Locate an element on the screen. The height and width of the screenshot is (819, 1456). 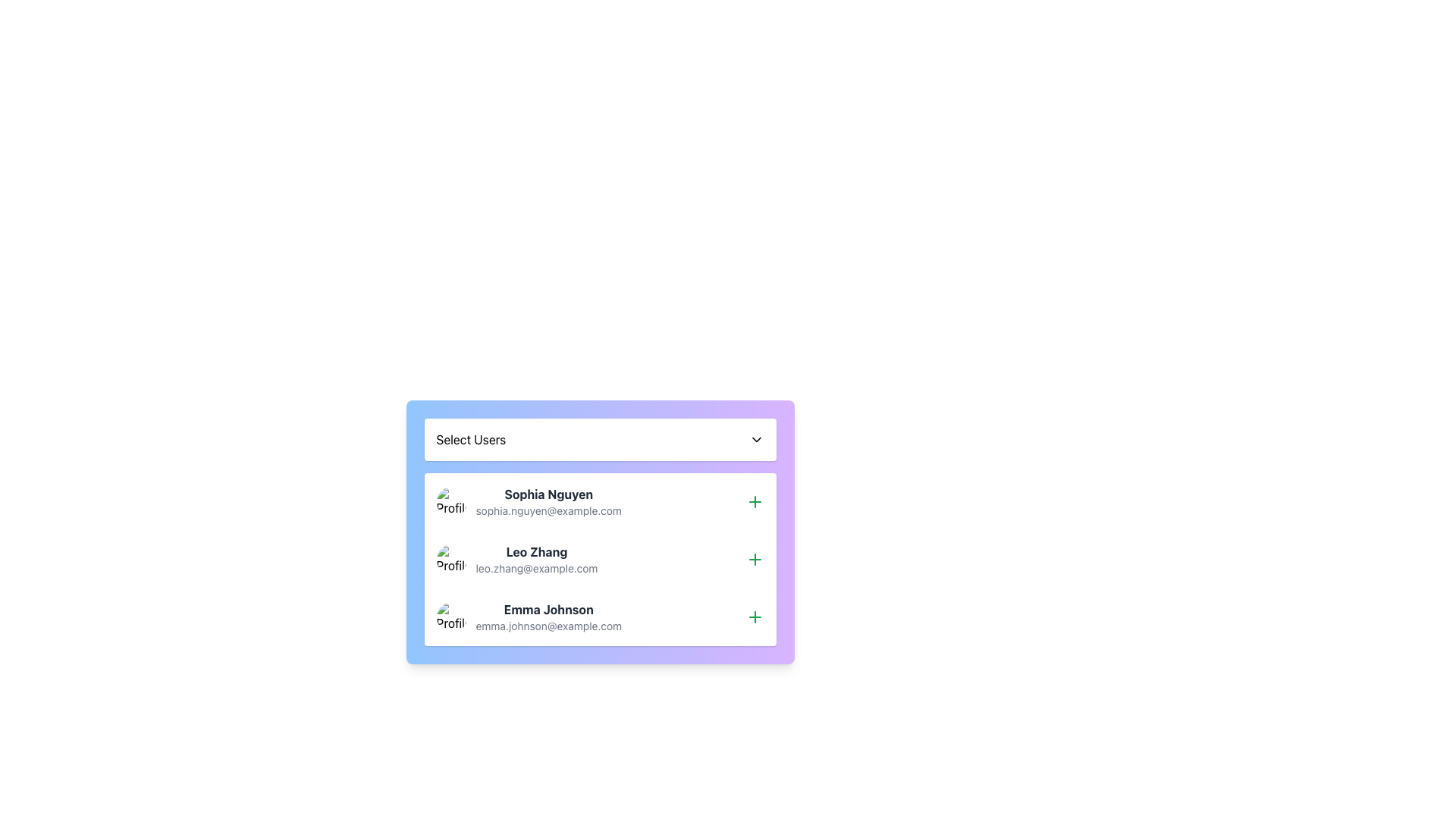
the user entries in the dropdown component labeled 'Select Users' which is visually represented by a gradient card transitioning from blue to purple is located at coordinates (599, 532).